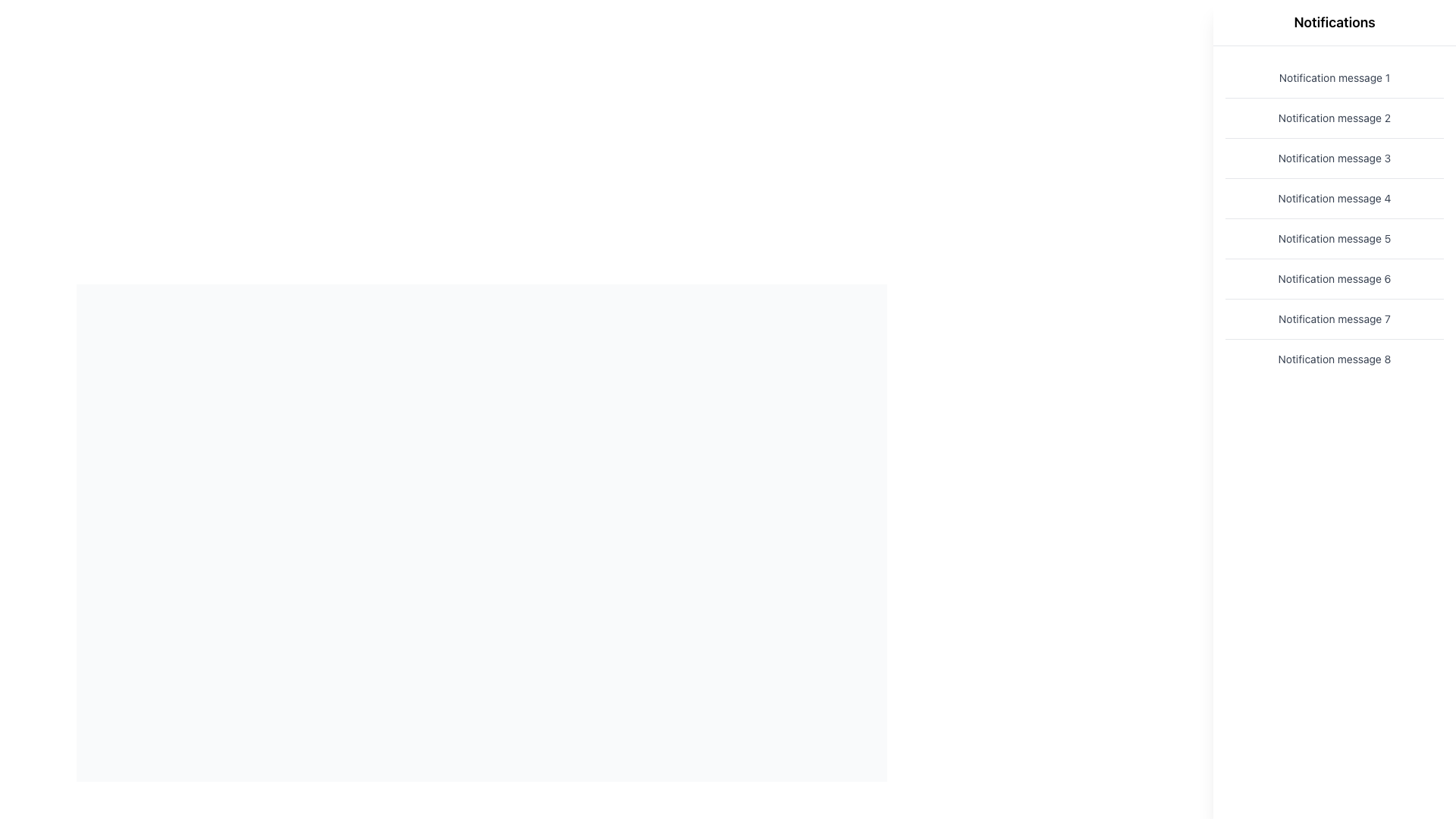 This screenshot has height=819, width=1456. I want to click on the static text displaying 'Notification message 3', which is the third item in a vertical list of notifications on the right side of the interface, so click(1335, 158).